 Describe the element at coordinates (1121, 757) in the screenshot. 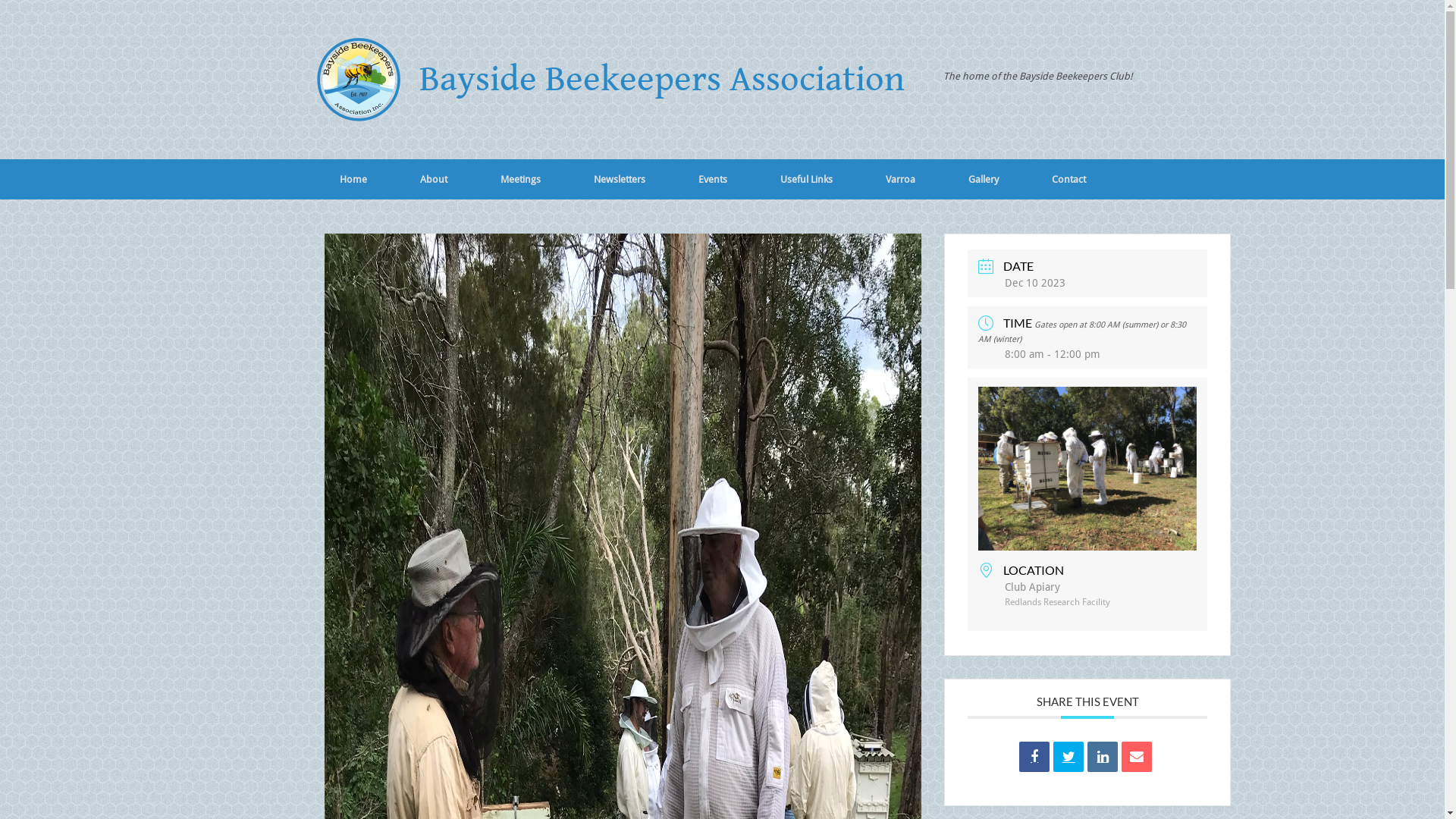

I see `'Email'` at that location.